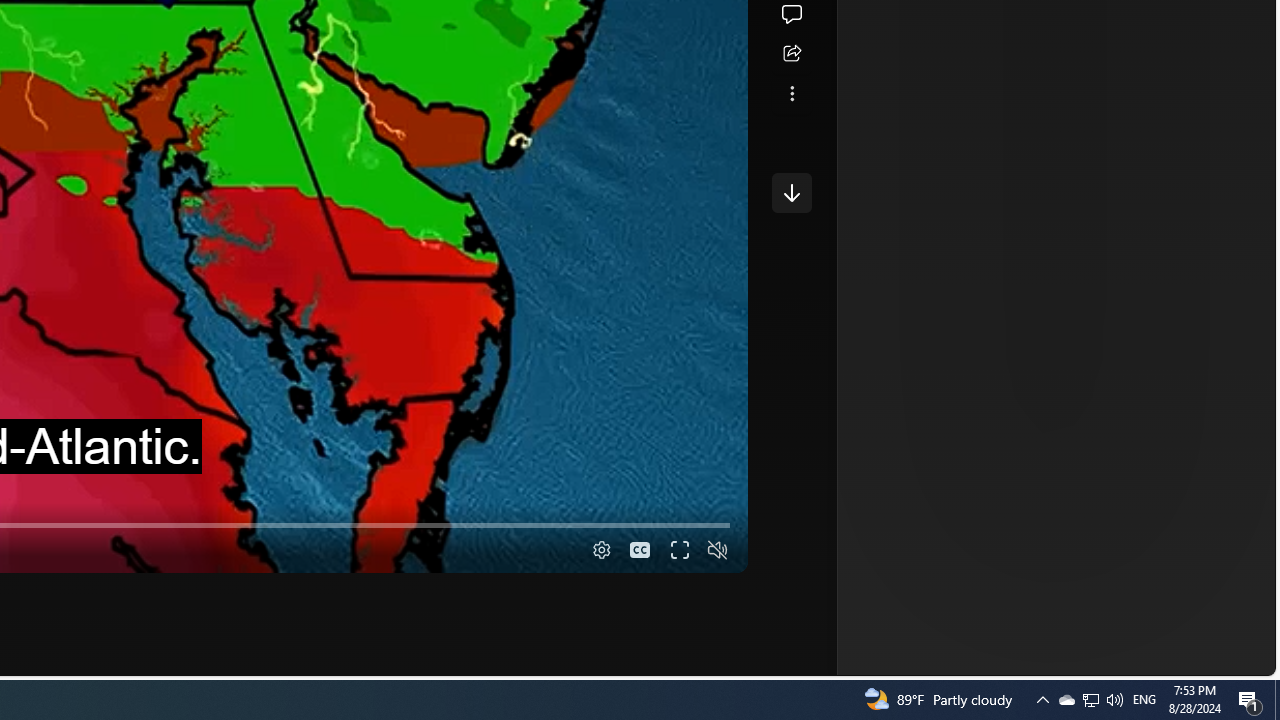  I want to click on 'Class: control', so click(790, 192).